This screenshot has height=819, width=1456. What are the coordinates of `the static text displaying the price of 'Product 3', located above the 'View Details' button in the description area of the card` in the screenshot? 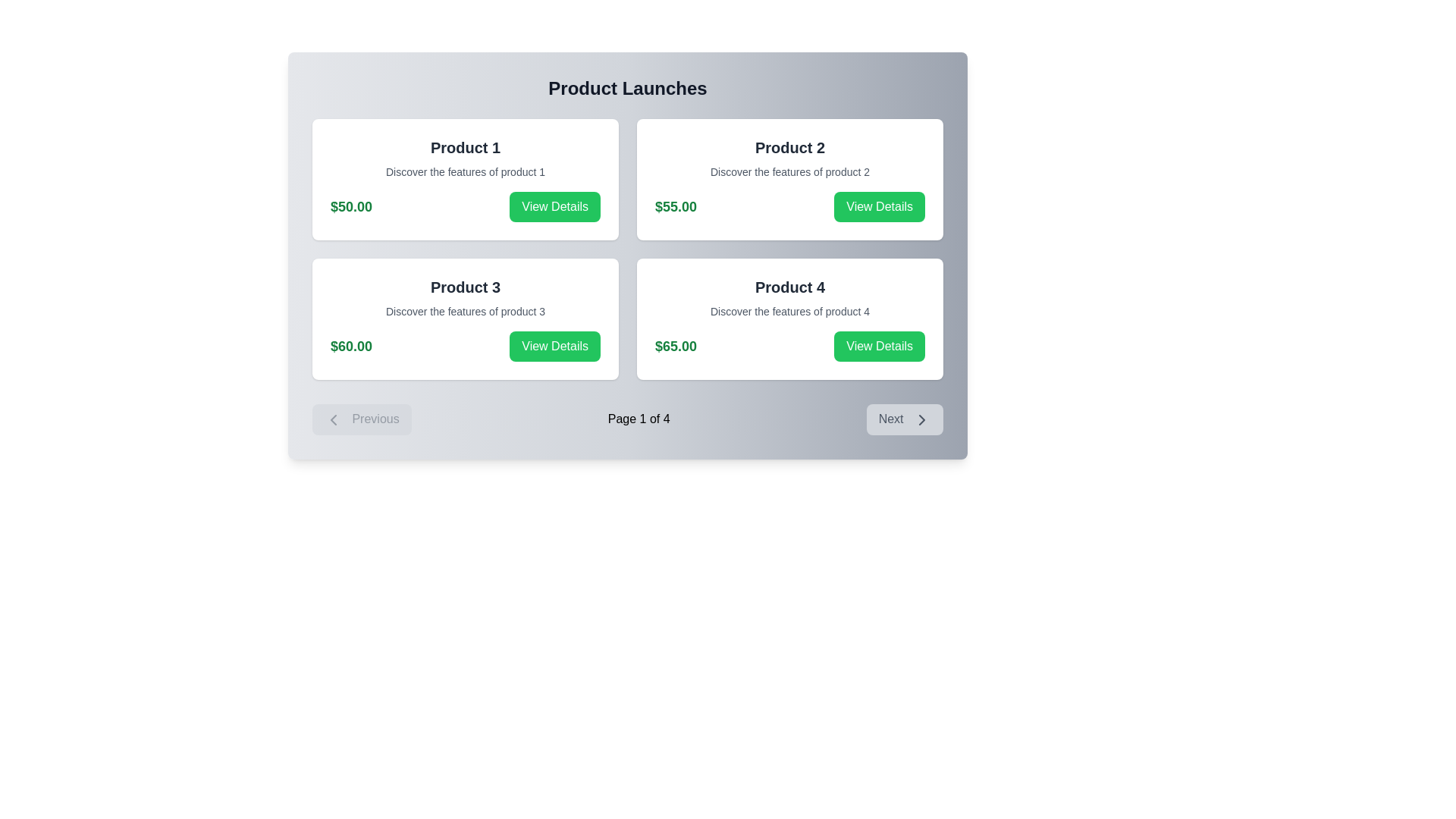 It's located at (350, 346).